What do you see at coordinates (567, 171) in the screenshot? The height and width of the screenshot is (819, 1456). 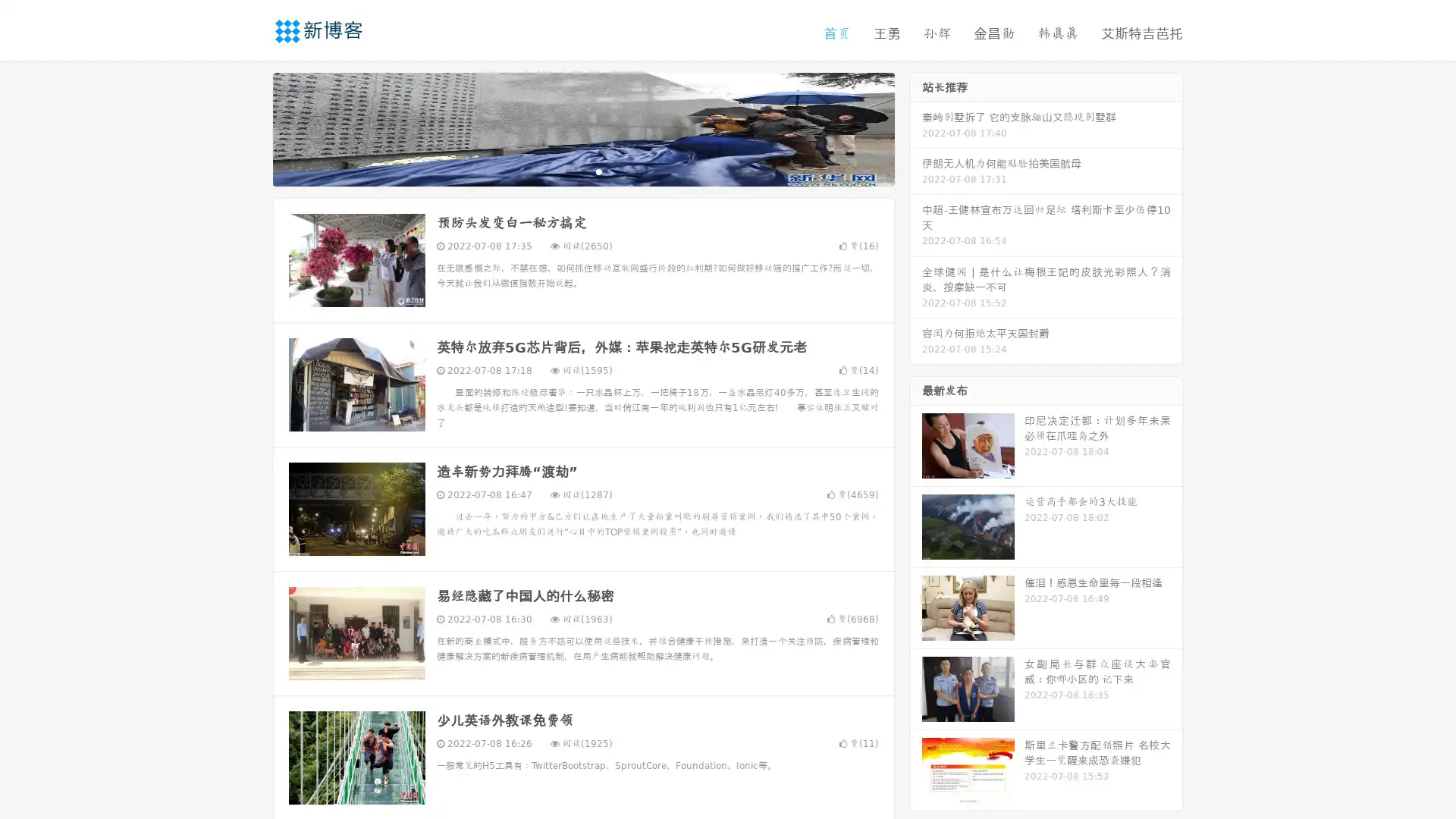 I see `Go to slide 1` at bounding box center [567, 171].